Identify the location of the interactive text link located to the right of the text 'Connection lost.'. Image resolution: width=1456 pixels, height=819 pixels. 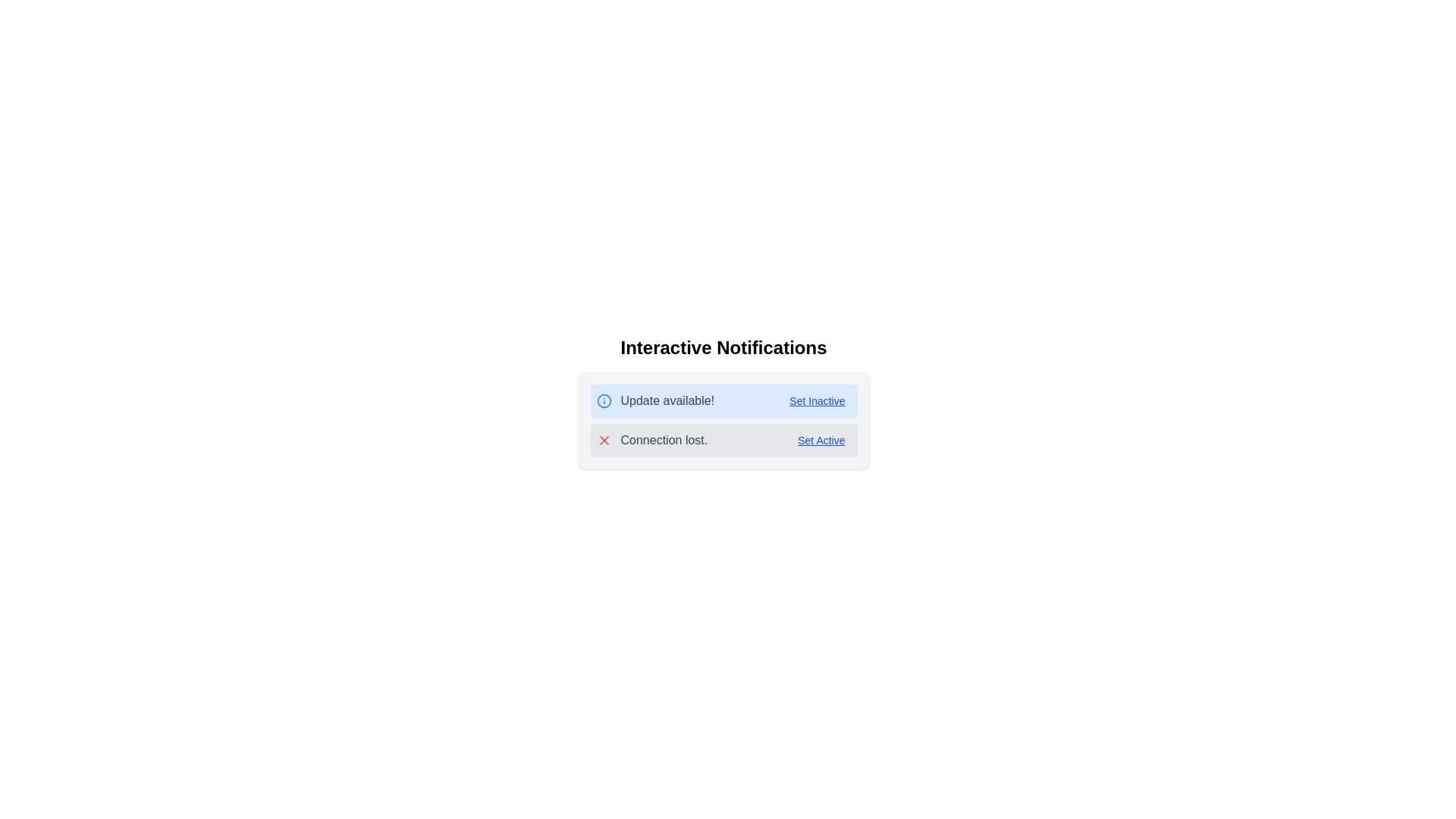
(821, 441).